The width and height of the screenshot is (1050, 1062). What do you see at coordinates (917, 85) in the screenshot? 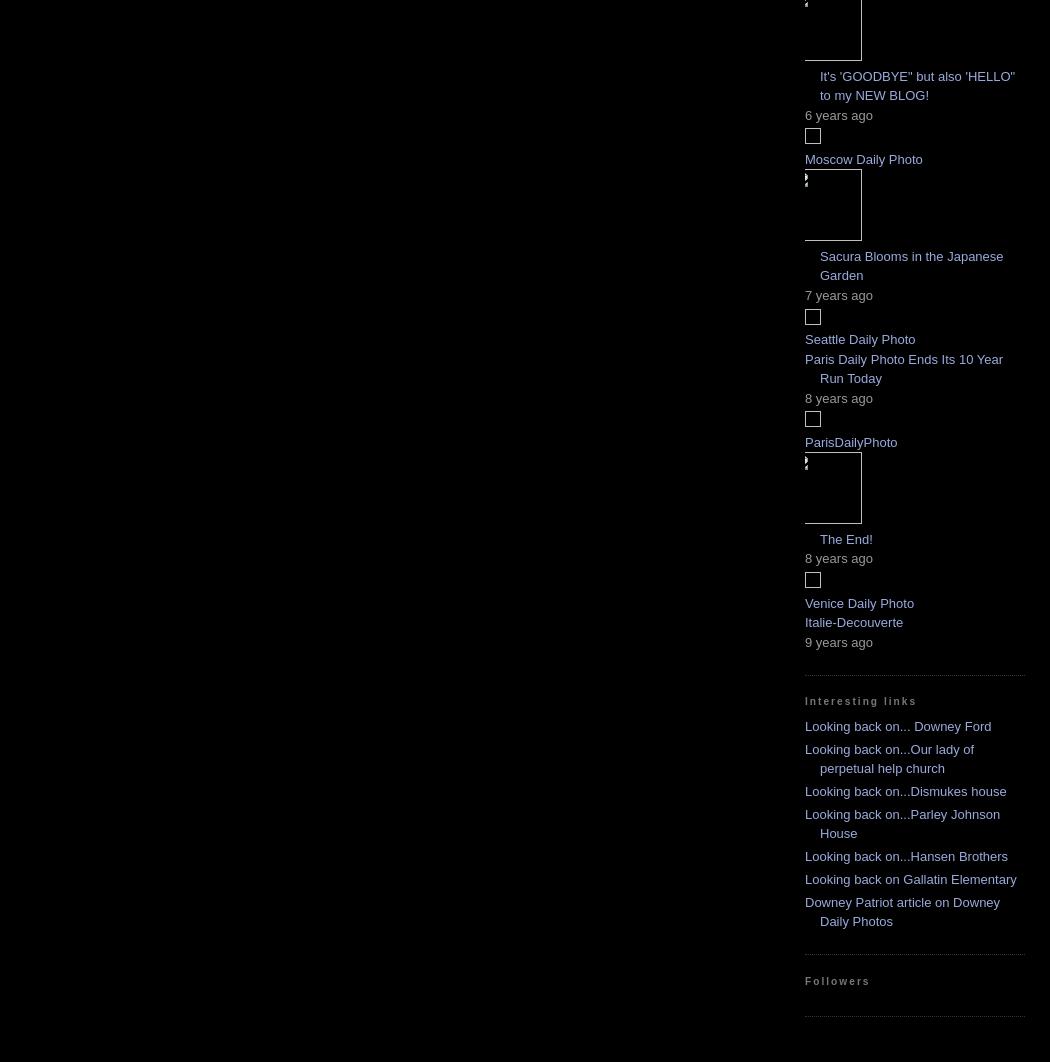
I see `'It's 'GOODBYE" but also 'HELLO" to my NEW BLOG!'` at bounding box center [917, 85].